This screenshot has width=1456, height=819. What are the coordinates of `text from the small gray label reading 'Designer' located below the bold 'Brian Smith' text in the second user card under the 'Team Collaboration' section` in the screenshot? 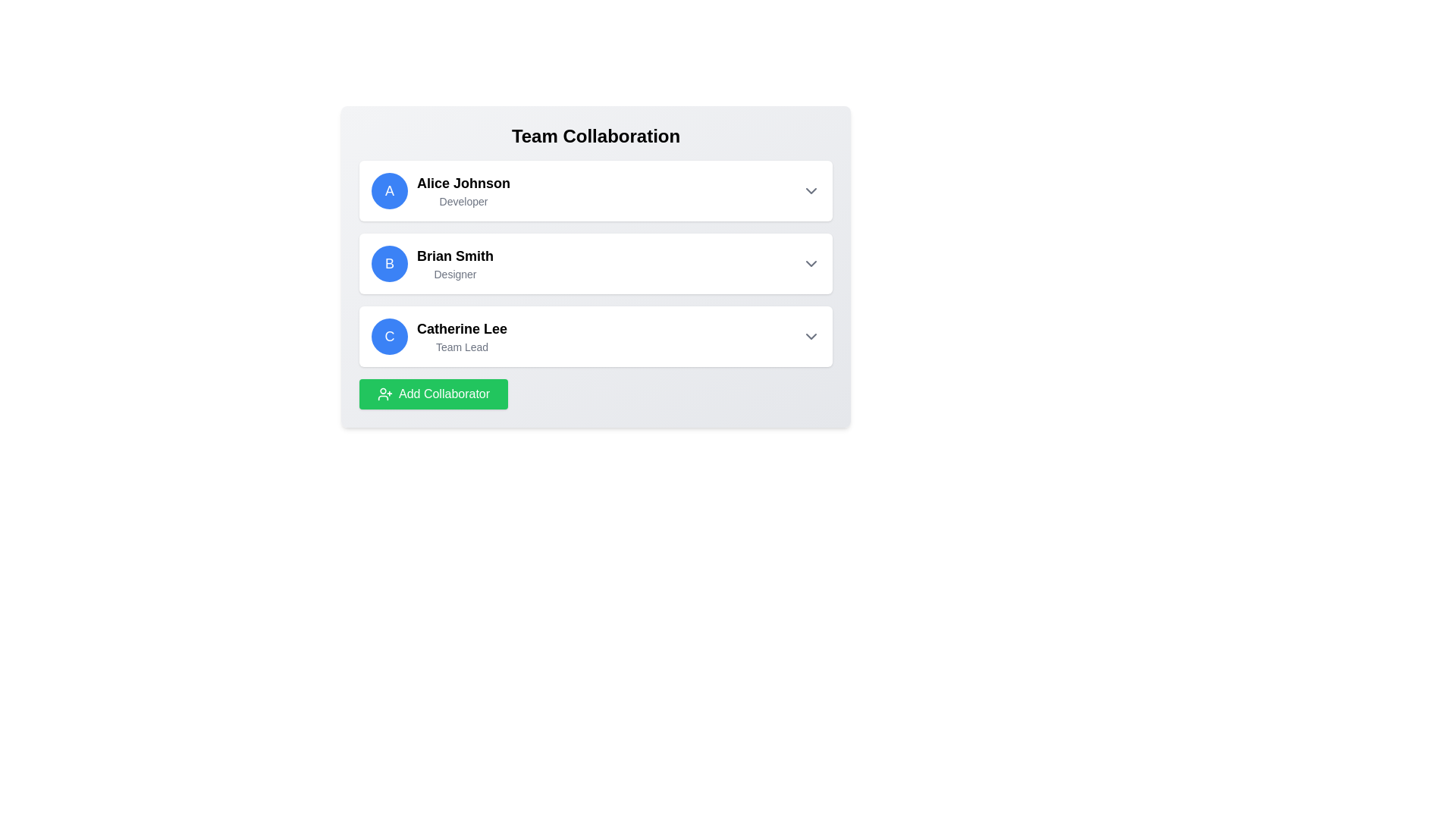 It's located at (454, 275).